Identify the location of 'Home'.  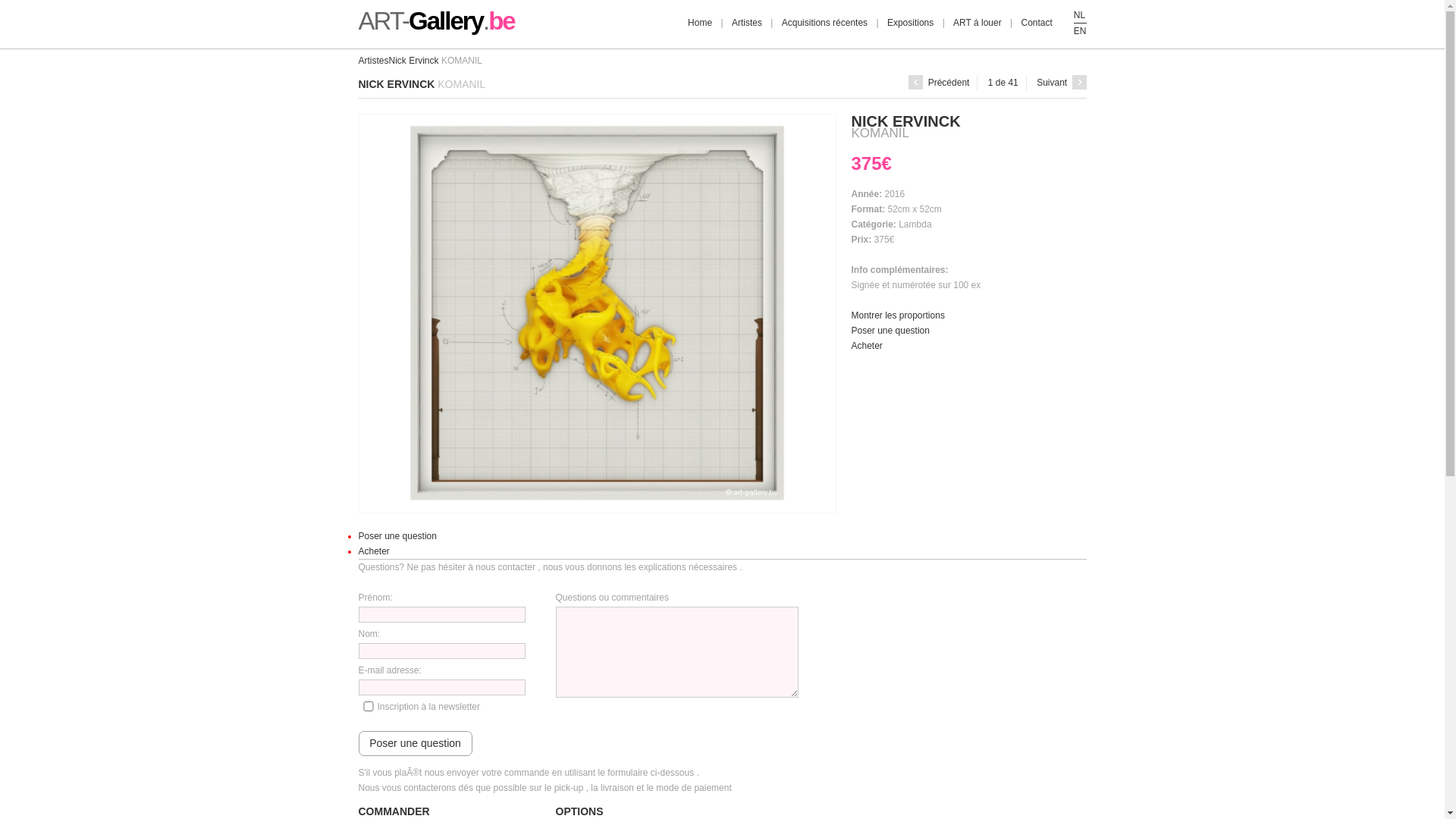
(698, 23).